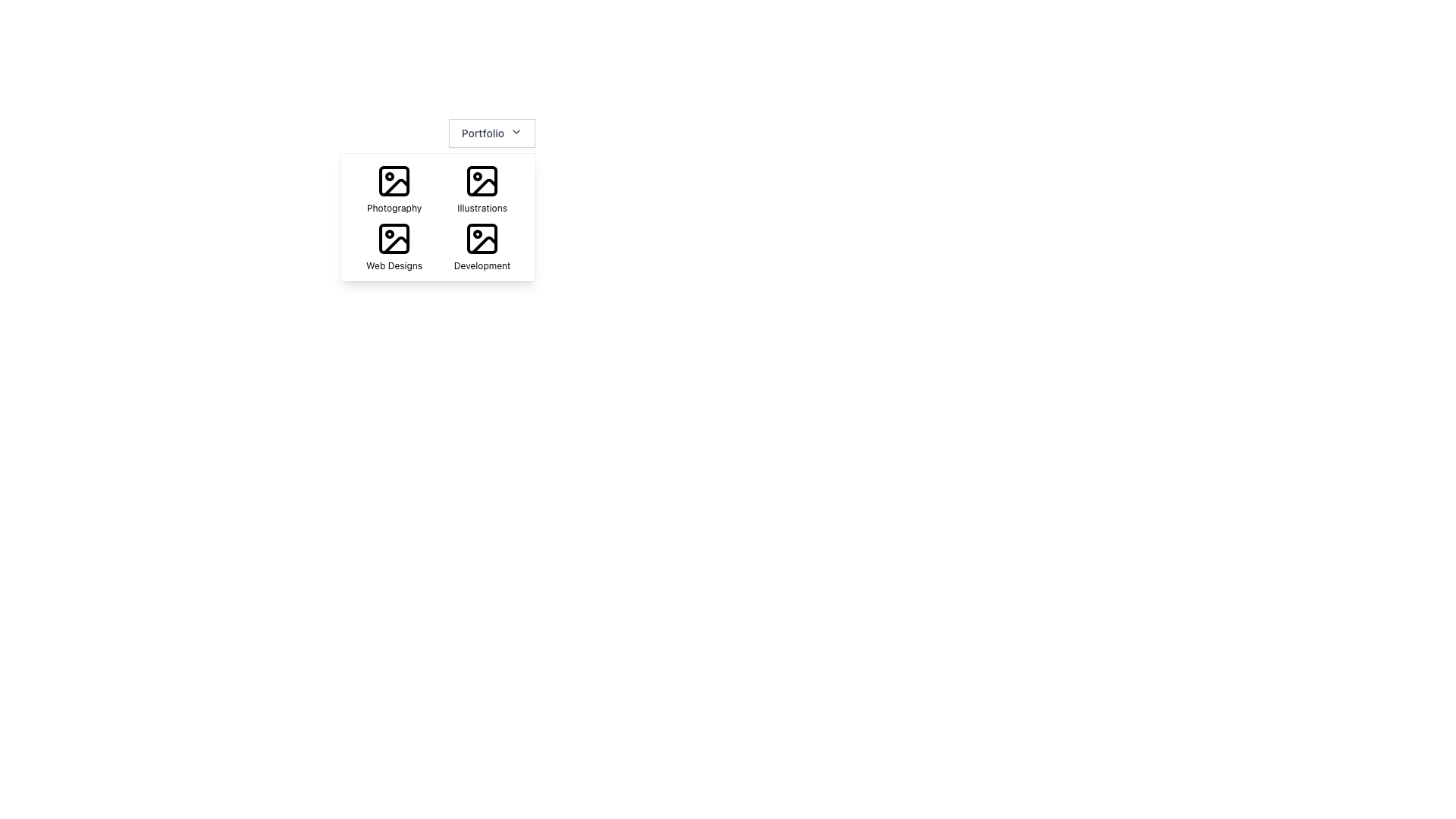  What do you see at coordinates (394, 265) in the screenshot?
I see `the text label reading 'Web Designs' located below the image placeholder icon in the bottom-left of a grid layout` at bounding box center [394, 265].